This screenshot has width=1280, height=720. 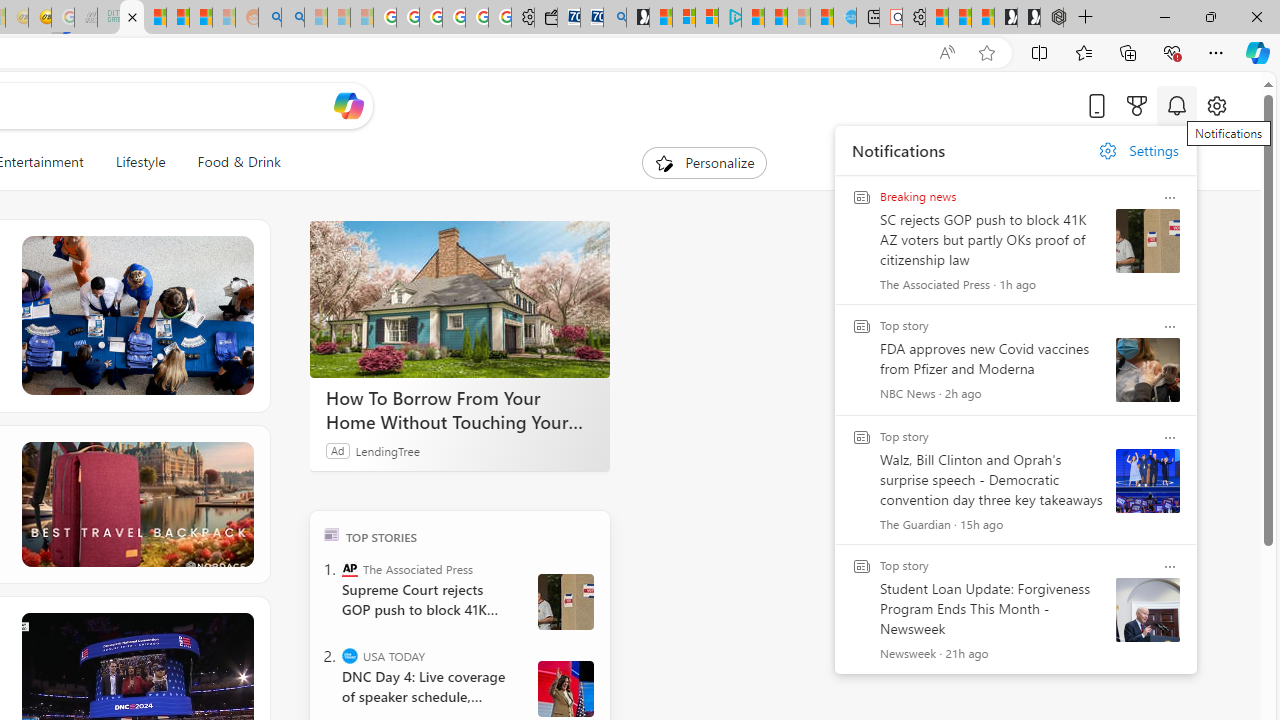 I want to click on 'Nordace - Nordace Siena Is Not An Ordinary Backpack', so click(x=1051, y=17).